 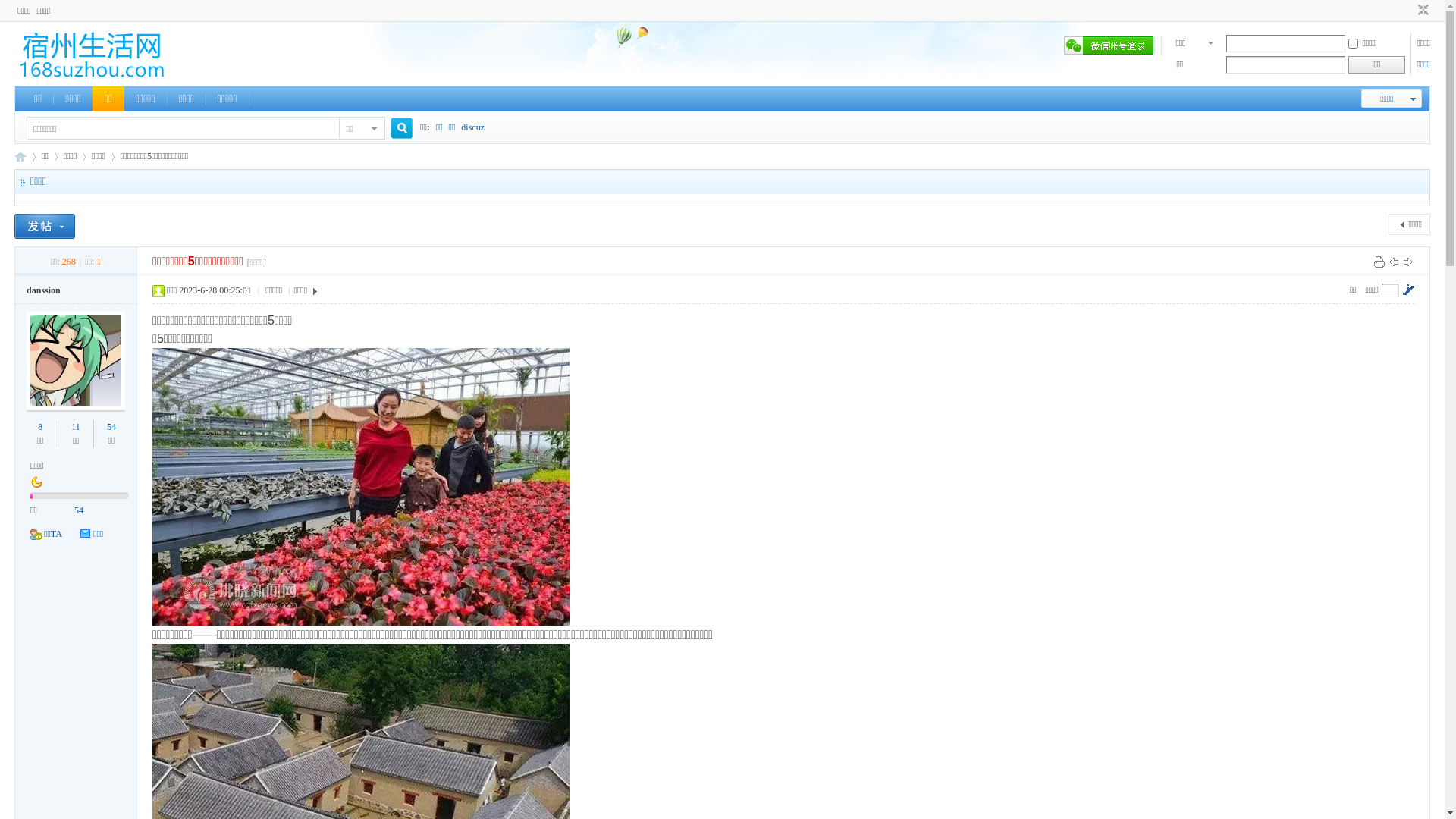 I want to click on '54', so click(x=78, y=510).